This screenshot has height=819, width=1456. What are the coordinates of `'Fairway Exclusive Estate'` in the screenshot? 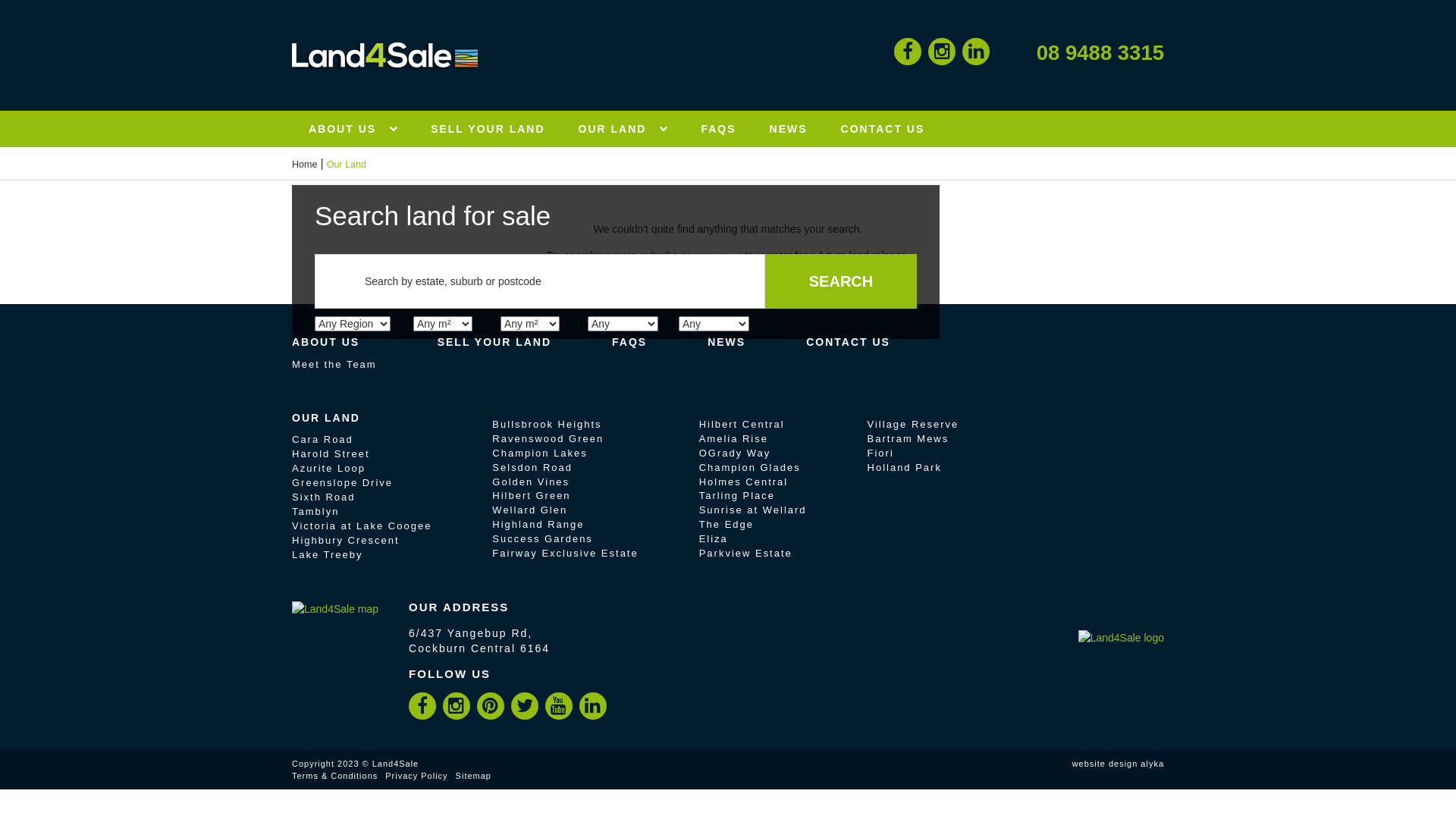 It's located at (491, 553).